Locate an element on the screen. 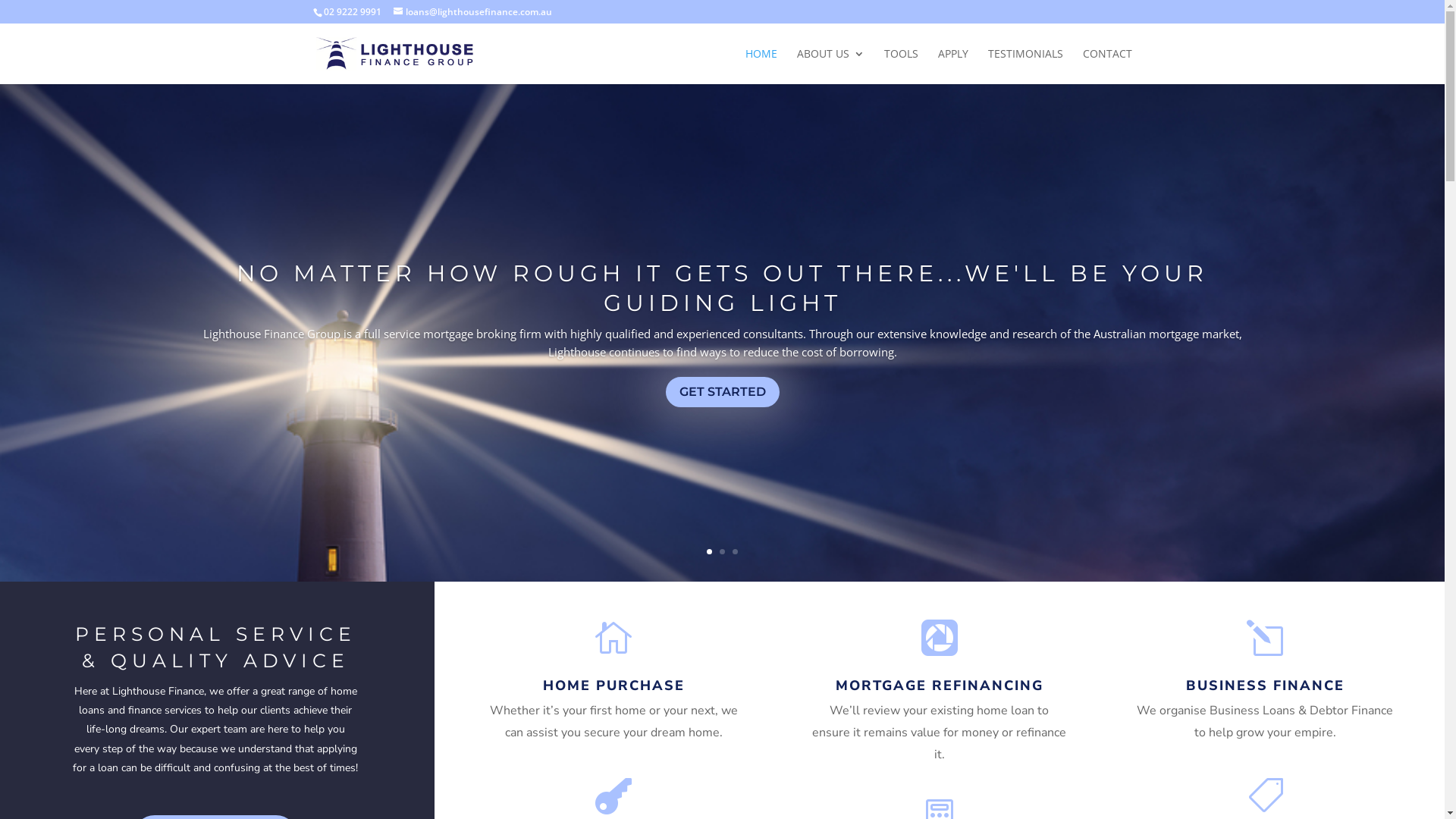 This screenshot has width=1456, height=819. '1' is located at coordinates (708, 551).